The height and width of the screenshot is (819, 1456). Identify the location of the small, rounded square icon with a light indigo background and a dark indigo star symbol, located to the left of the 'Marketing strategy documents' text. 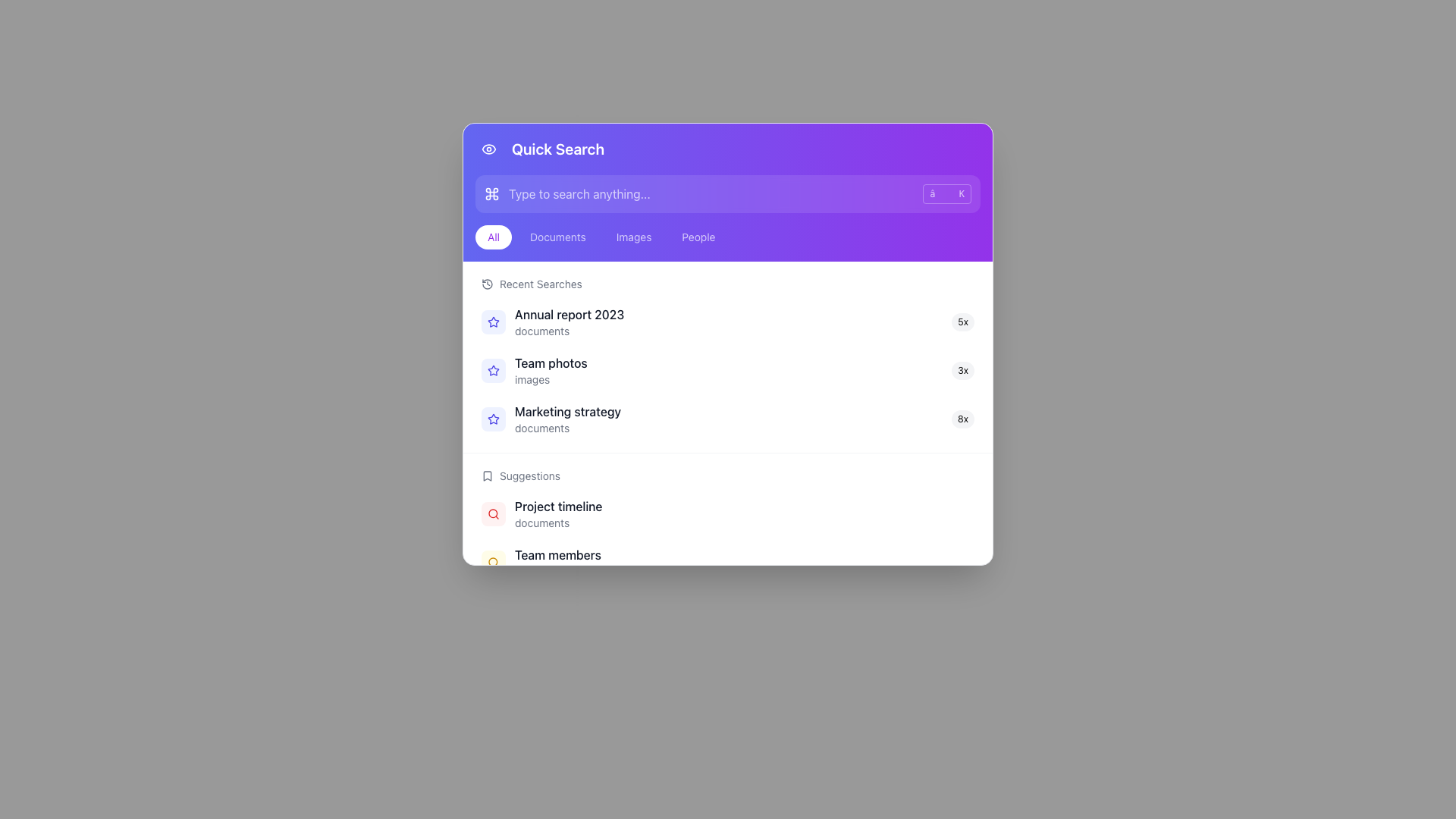
(494, 419).